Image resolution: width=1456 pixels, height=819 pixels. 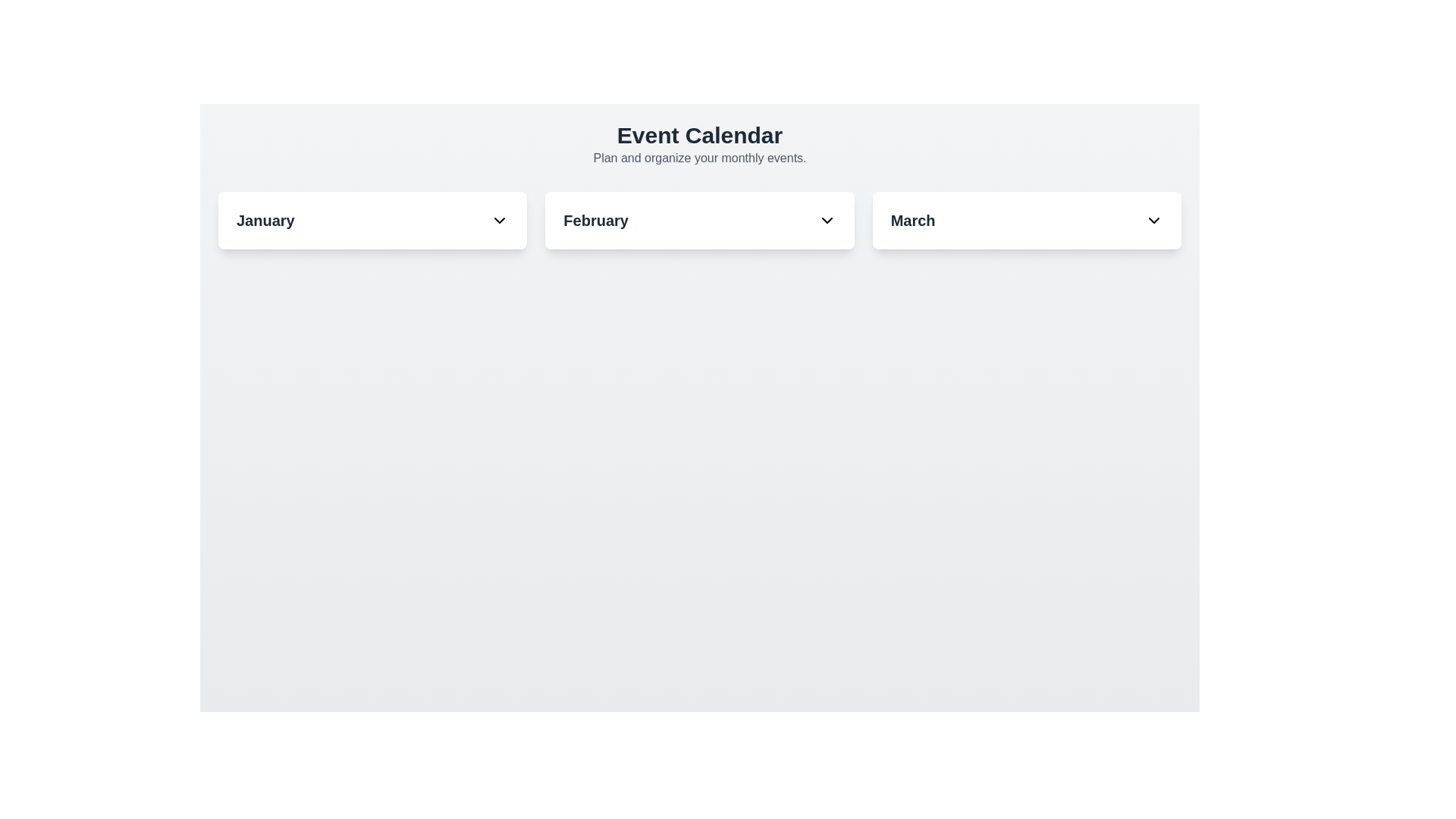 I want to click on the dropdown menu for selecting the month 'February', so click(x=698, y=220).